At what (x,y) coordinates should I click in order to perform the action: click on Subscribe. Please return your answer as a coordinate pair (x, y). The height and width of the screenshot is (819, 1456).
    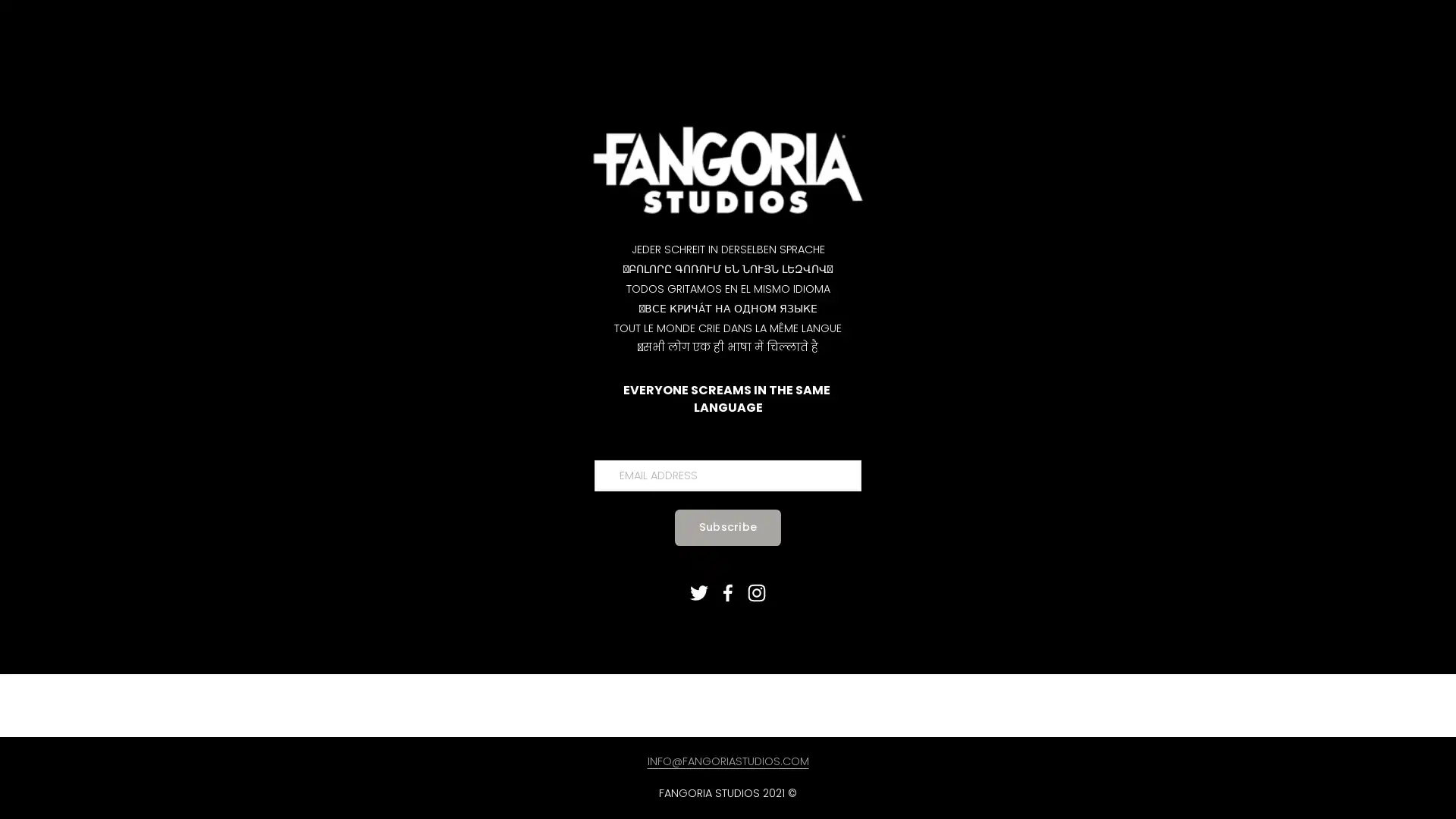
    Looking at the image, I should click on (726, 526).